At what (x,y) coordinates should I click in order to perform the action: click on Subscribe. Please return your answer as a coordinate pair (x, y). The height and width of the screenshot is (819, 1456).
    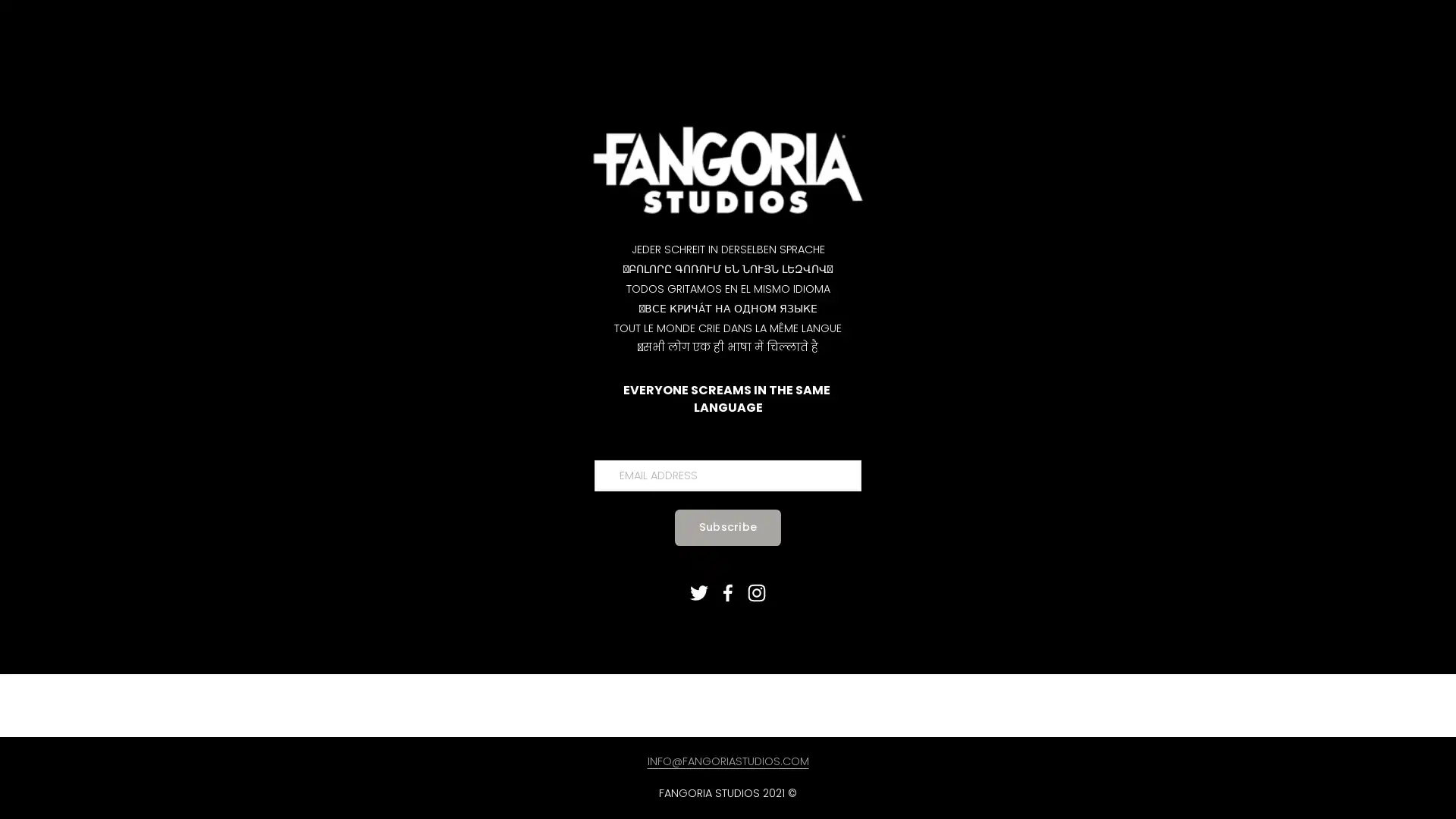
    Looking at the image, I should click on (726, 526).